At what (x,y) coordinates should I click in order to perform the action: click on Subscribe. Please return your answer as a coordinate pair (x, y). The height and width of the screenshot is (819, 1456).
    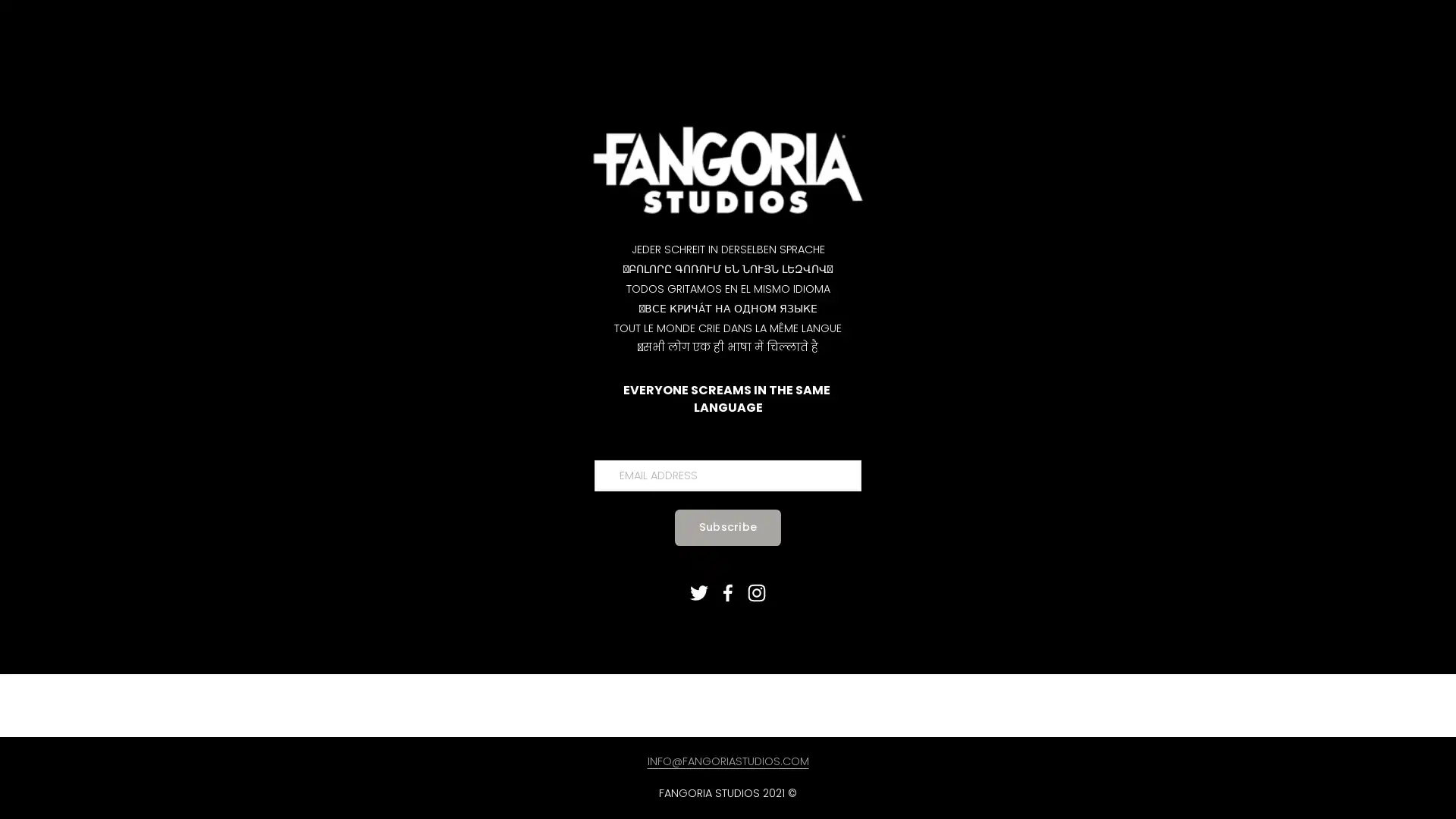
    Looking at the image, I should click on (726, 526).